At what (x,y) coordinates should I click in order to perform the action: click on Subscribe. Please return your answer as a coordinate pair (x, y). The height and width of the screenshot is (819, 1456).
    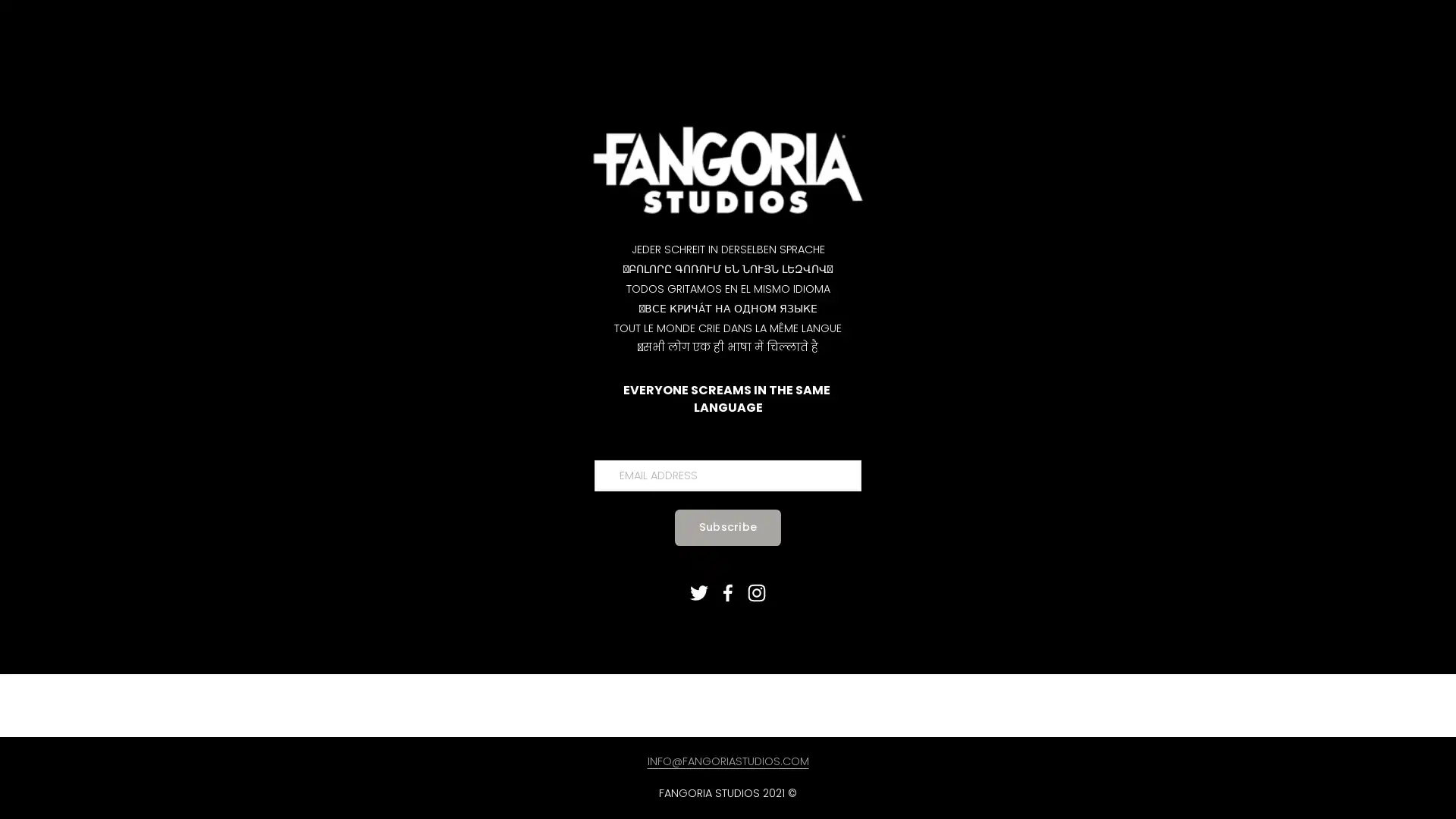
    Looking at the image, I should click on (726, 526).